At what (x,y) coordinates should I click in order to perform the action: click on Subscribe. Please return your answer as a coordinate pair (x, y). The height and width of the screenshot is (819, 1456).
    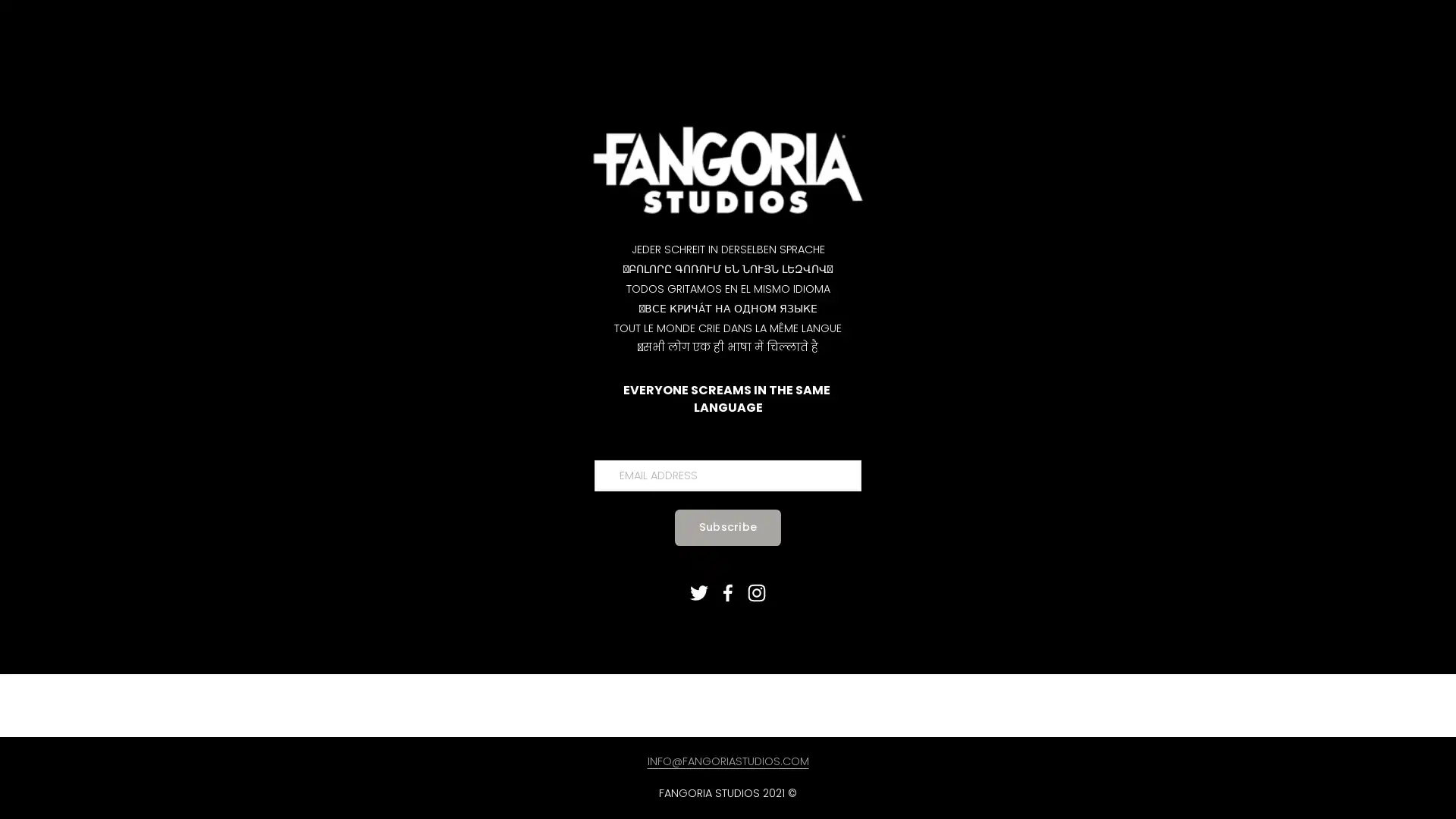
    Looking at the image, I should click on (726, 526).